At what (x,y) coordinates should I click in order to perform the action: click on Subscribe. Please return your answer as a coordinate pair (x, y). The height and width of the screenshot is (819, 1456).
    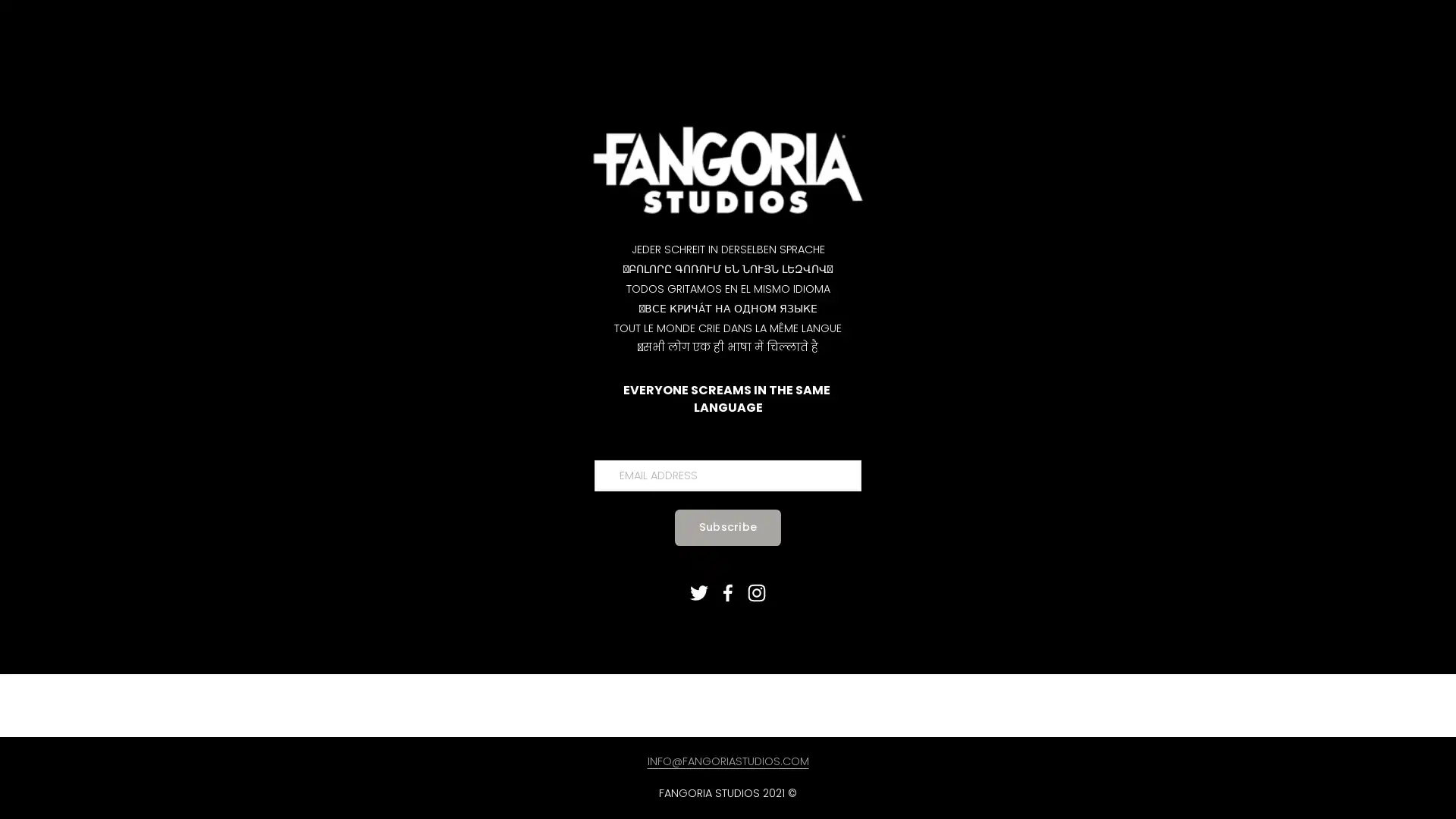
    Looking at the image, I should click on (726, 526).